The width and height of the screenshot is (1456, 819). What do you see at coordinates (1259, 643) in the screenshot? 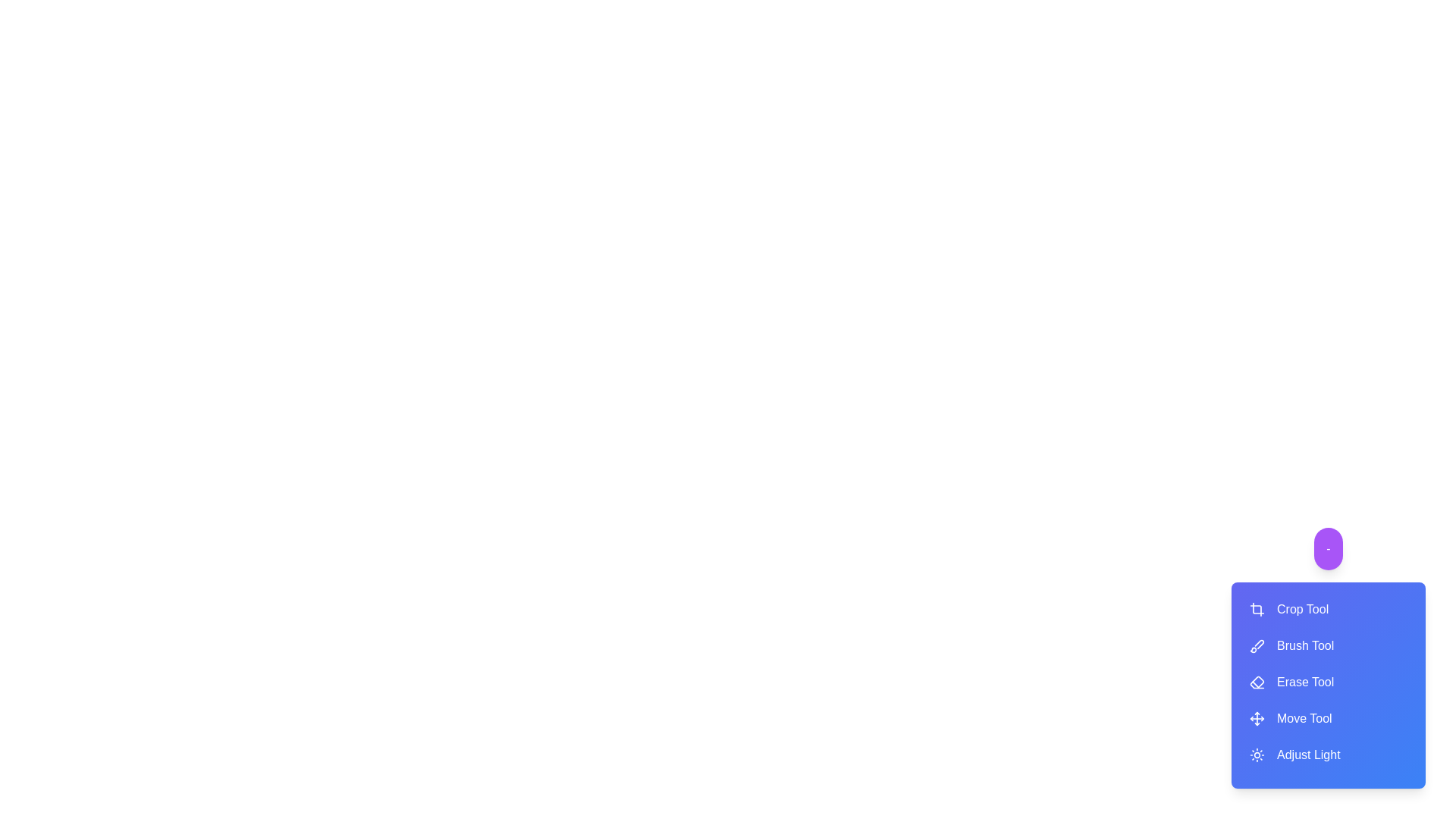
I see `the small brush-shaped icon` at bounding box center [1259, 643].